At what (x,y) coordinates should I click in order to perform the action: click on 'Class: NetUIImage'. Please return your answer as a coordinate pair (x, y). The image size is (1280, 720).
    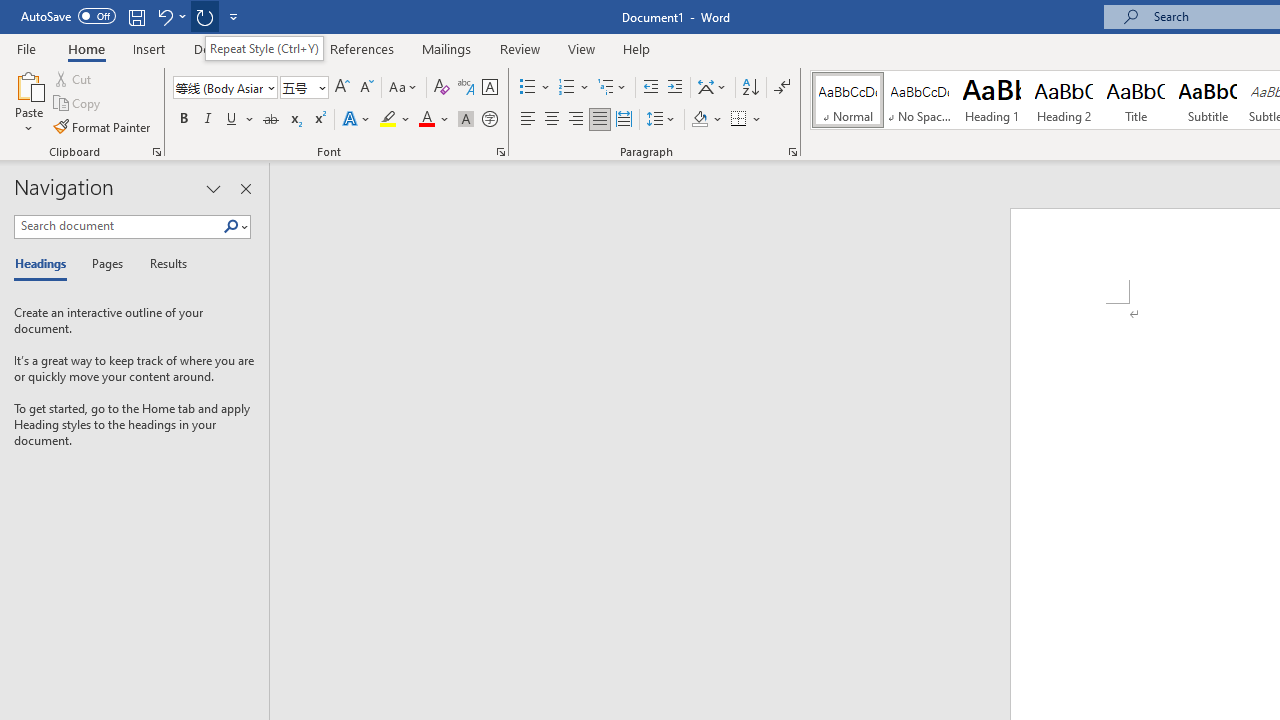
    Looking at the image, I should click on (231, 225).